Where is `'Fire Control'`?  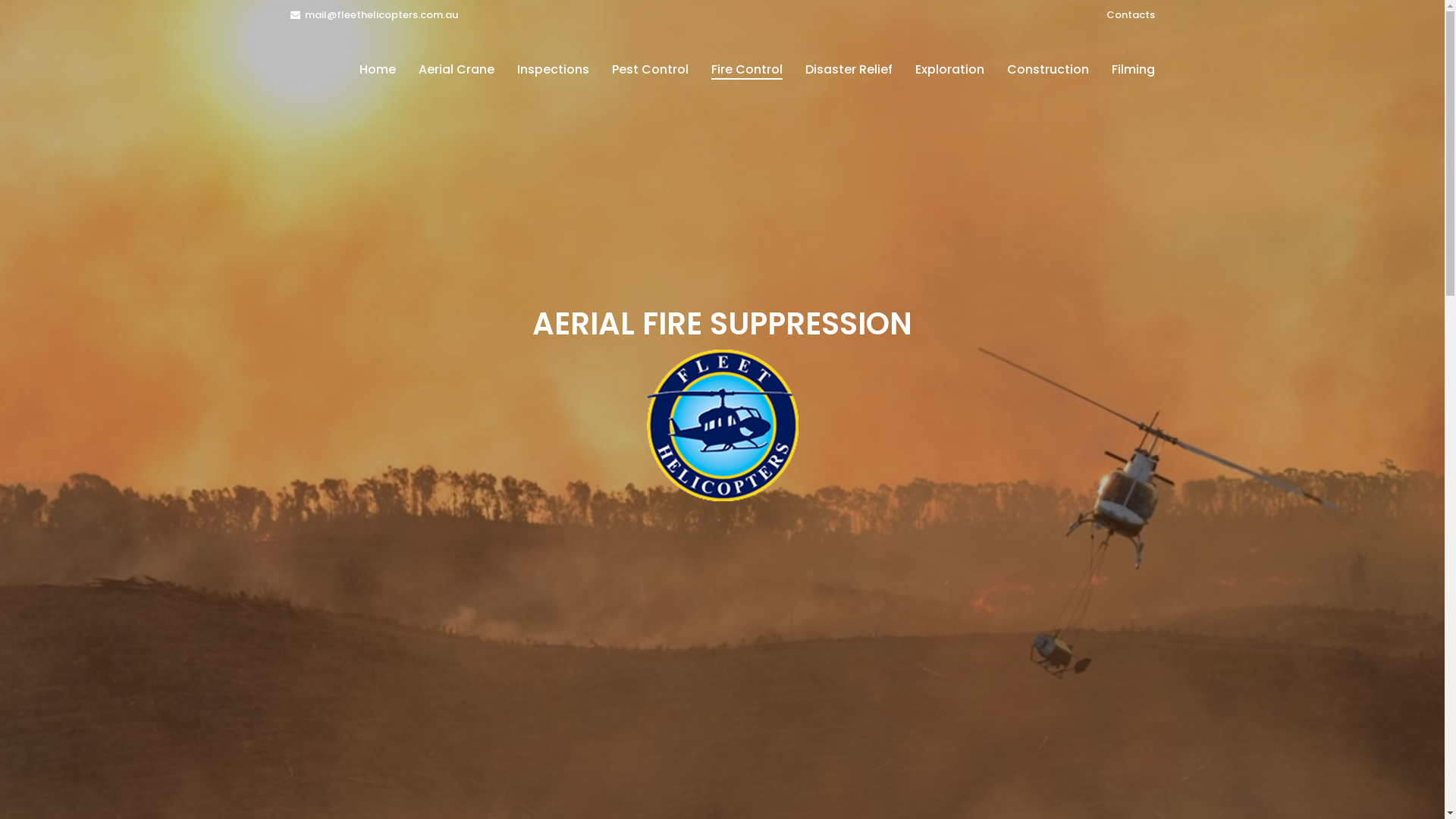 'Fire Control' is located at coordinates (745, 70).